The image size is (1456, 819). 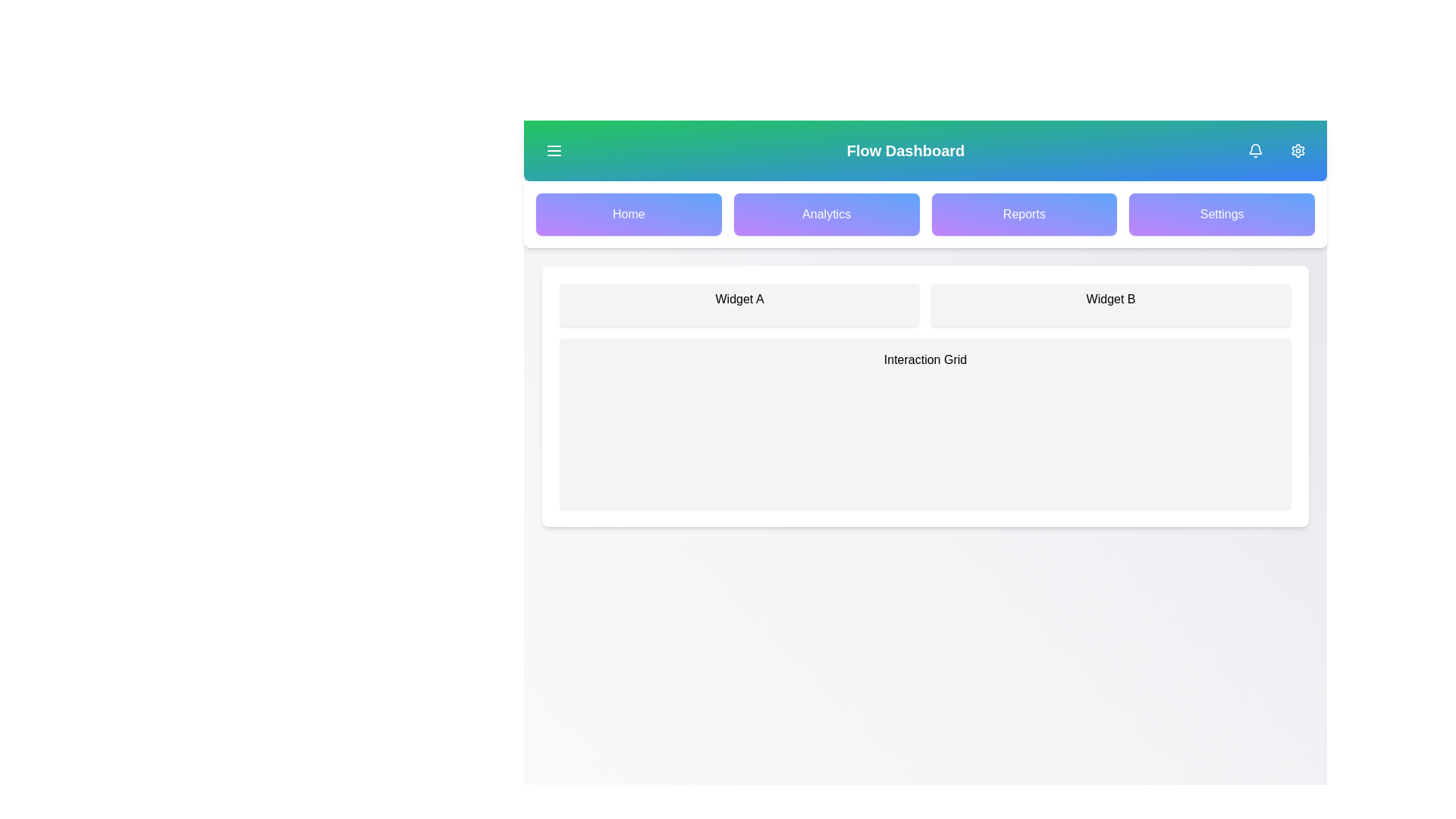 I want to click on the navigation button for Reports to navigate to the respective section, so click(x=1024, y=214).